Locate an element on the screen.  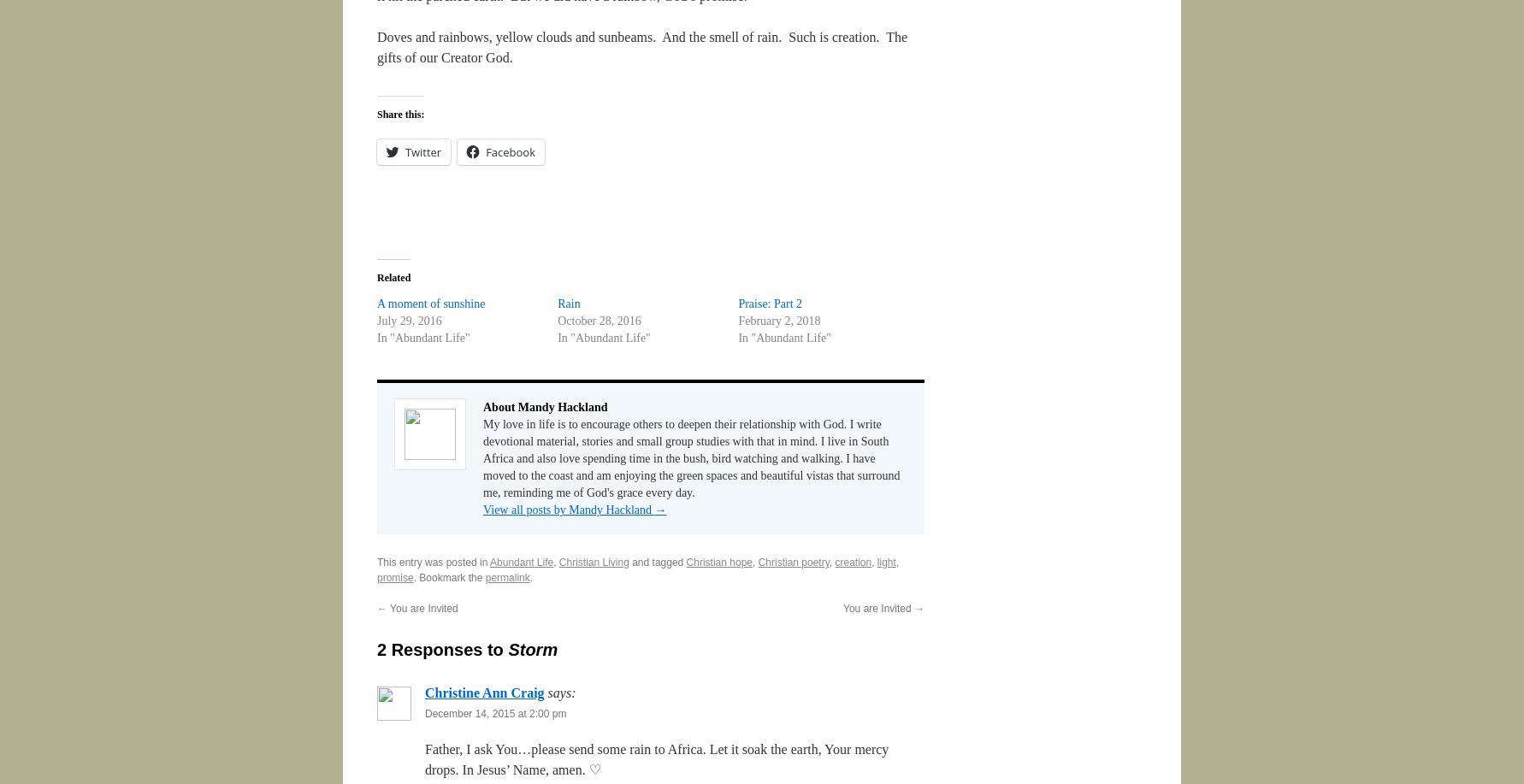
'.' is located at coordinates (531, 578).